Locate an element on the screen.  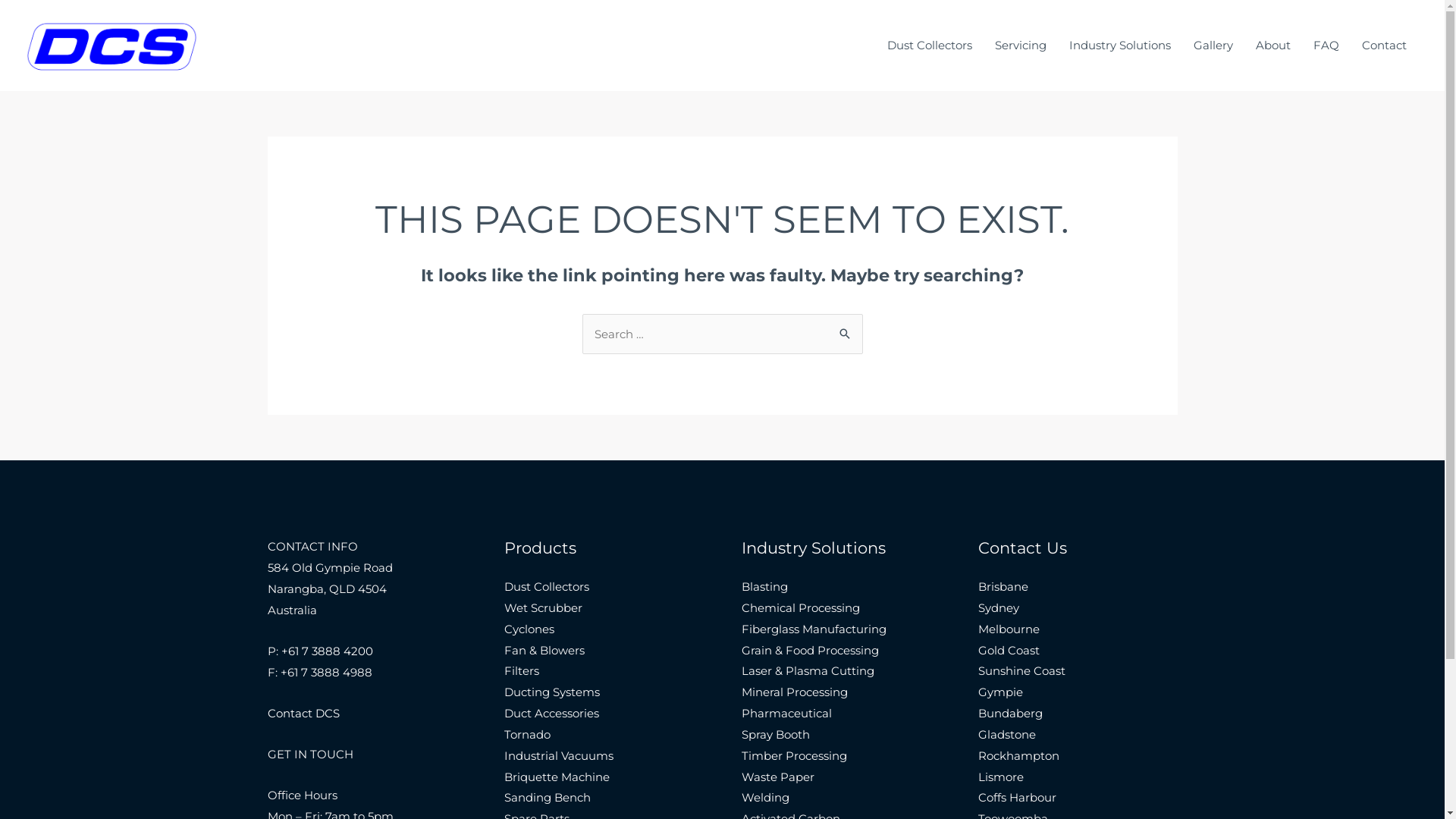
'Wet Scrubber' is located at coordinates (543, 607).